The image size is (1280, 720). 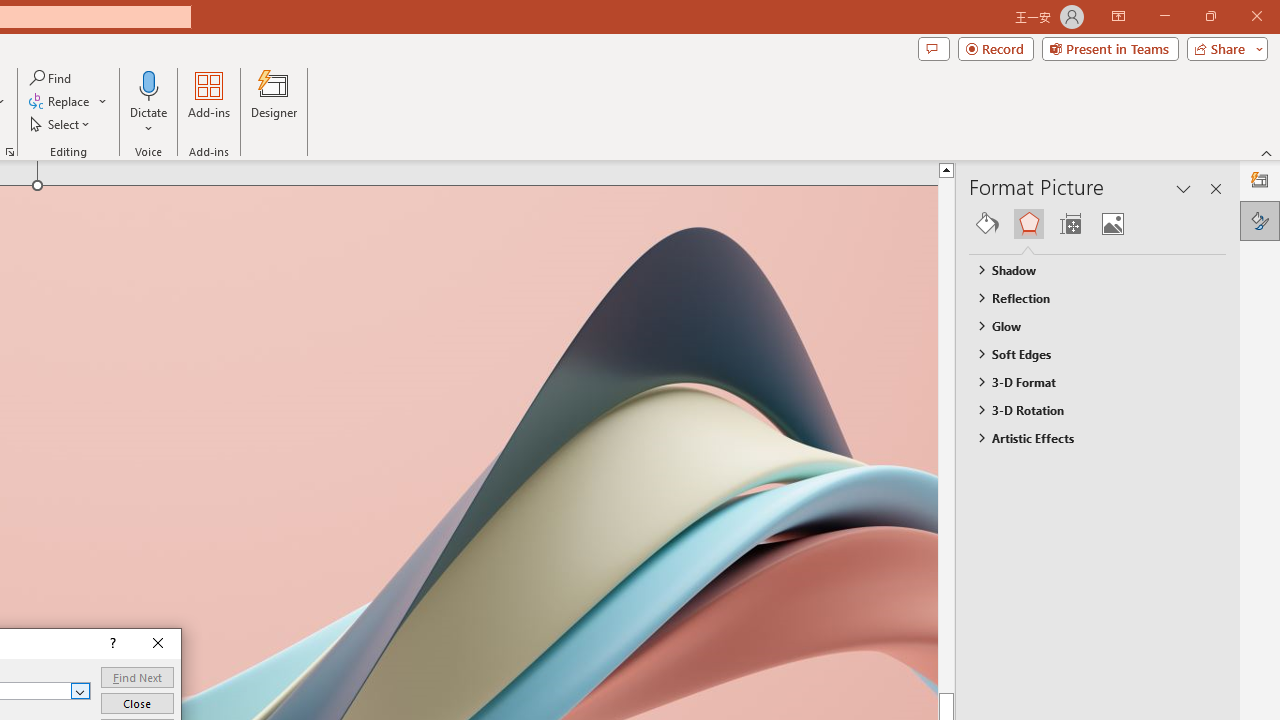 What do you see at coordinates (1069, 223) in the screenshot?
I see `'Size & Properties'` at bounding box center [1069, 223].